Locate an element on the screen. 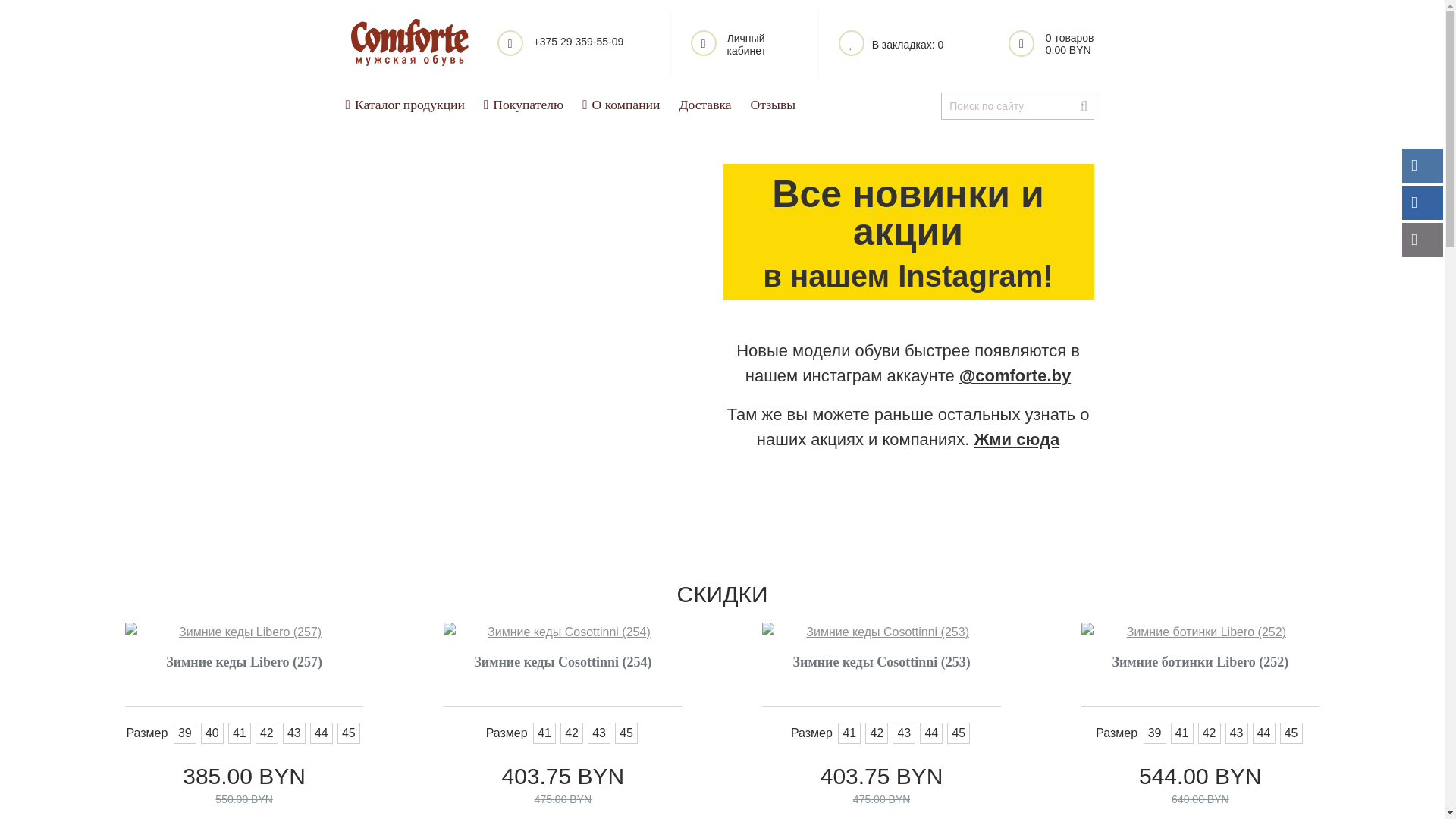 Image resolution: width=1456 pixels, height=819 pixels. '+375 29 359-55-09' is located at coordinates (573, 42).